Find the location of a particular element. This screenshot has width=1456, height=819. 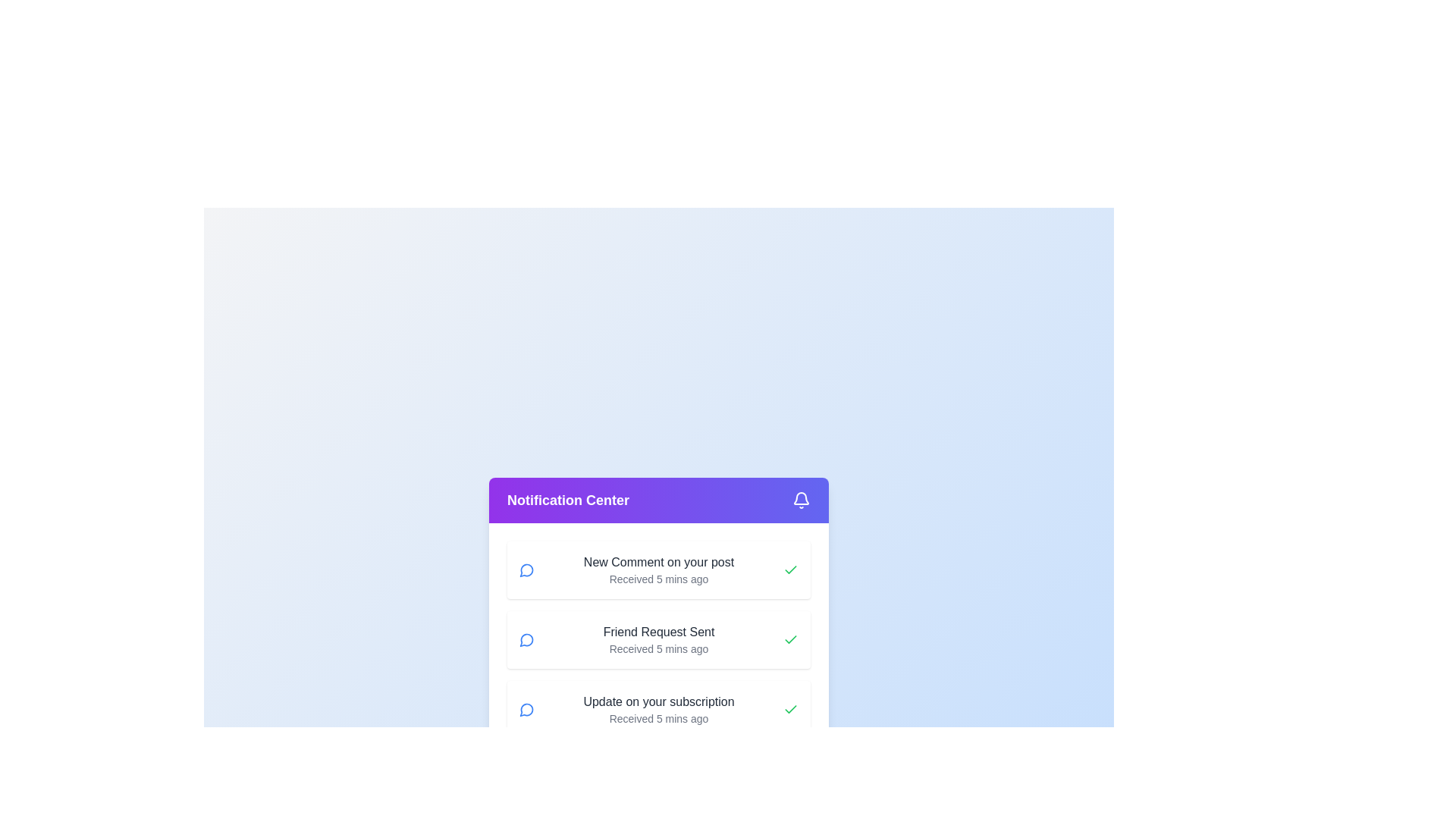

the bell-shaped icon on the rightmost side of the header bar is located at coordinates (800, 500).